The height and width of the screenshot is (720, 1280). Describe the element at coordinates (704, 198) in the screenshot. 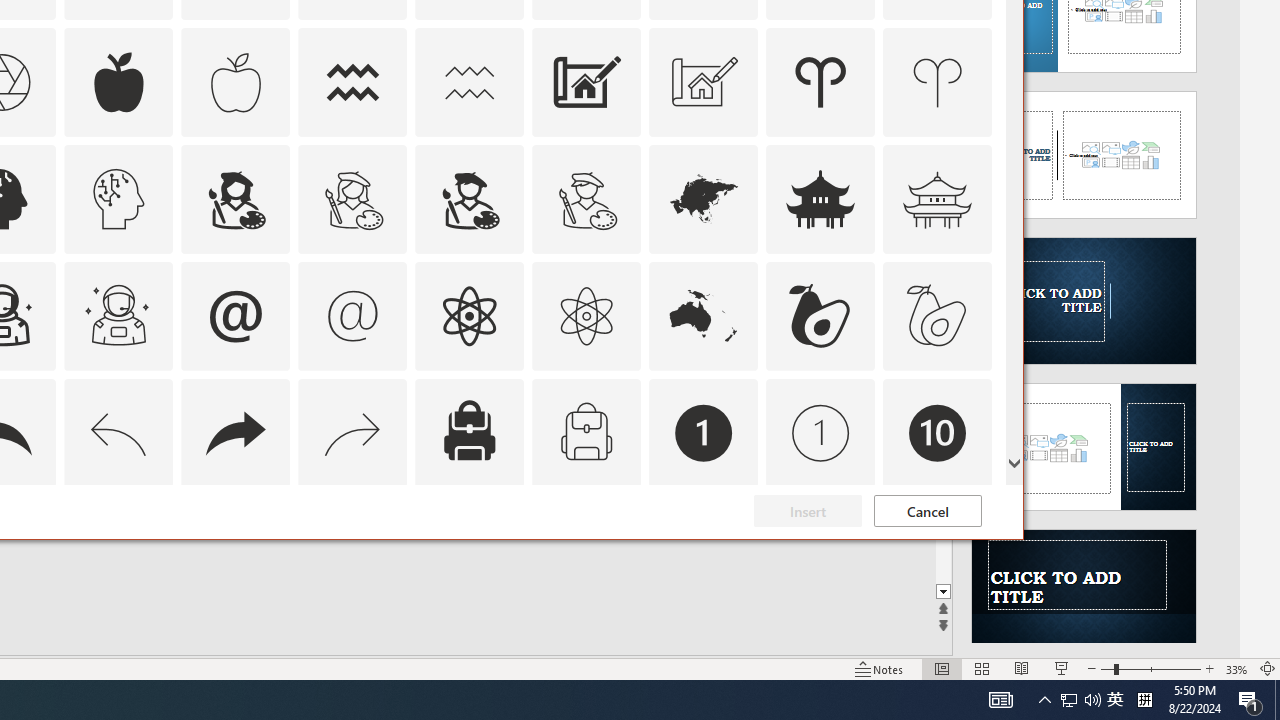

I see `'AutomationID: Icons_Asia'` at that location.